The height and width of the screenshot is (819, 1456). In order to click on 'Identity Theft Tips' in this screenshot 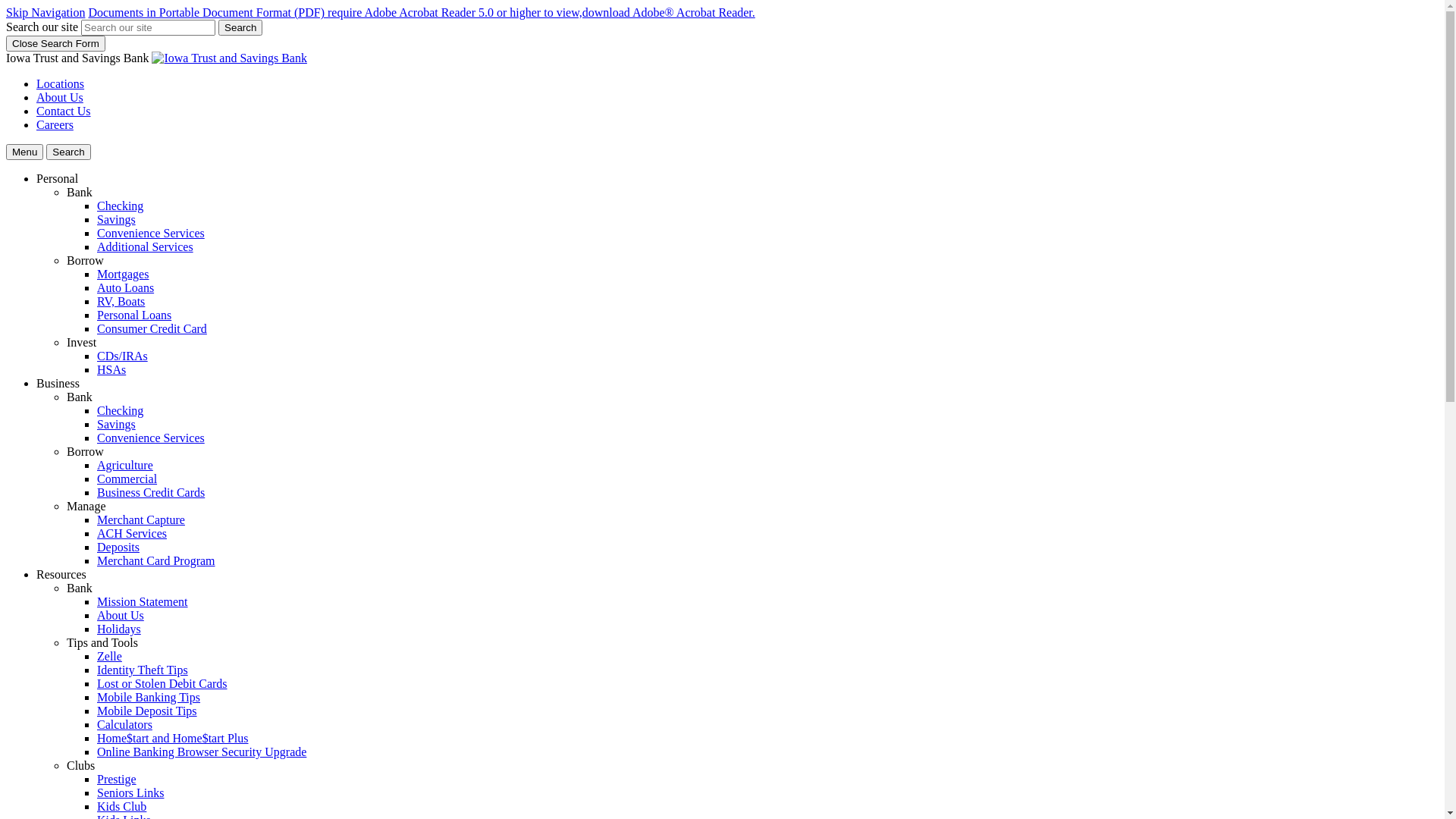, I will do `click(142, 669)`.